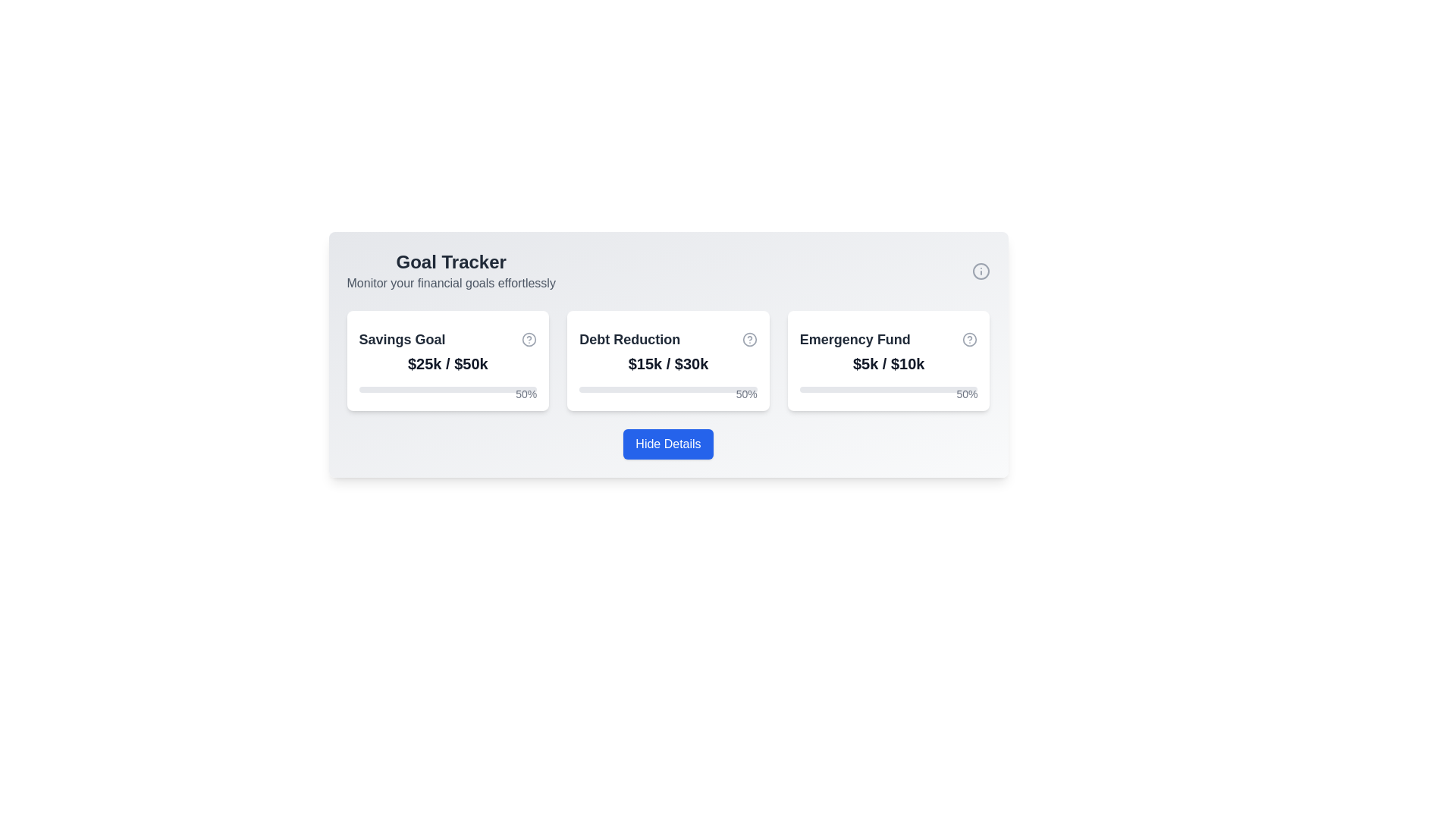 The image size is (1456, 819). What do you see at coordinates (447, 388) in the screenshot?
I see `the Progress Bar that displays the 'Savings Goal' progress, which is visually represented by a filled portion corresponding to '50%' and located in the first card below the text '$25k / $50k'` at bounding box center [447, 388].